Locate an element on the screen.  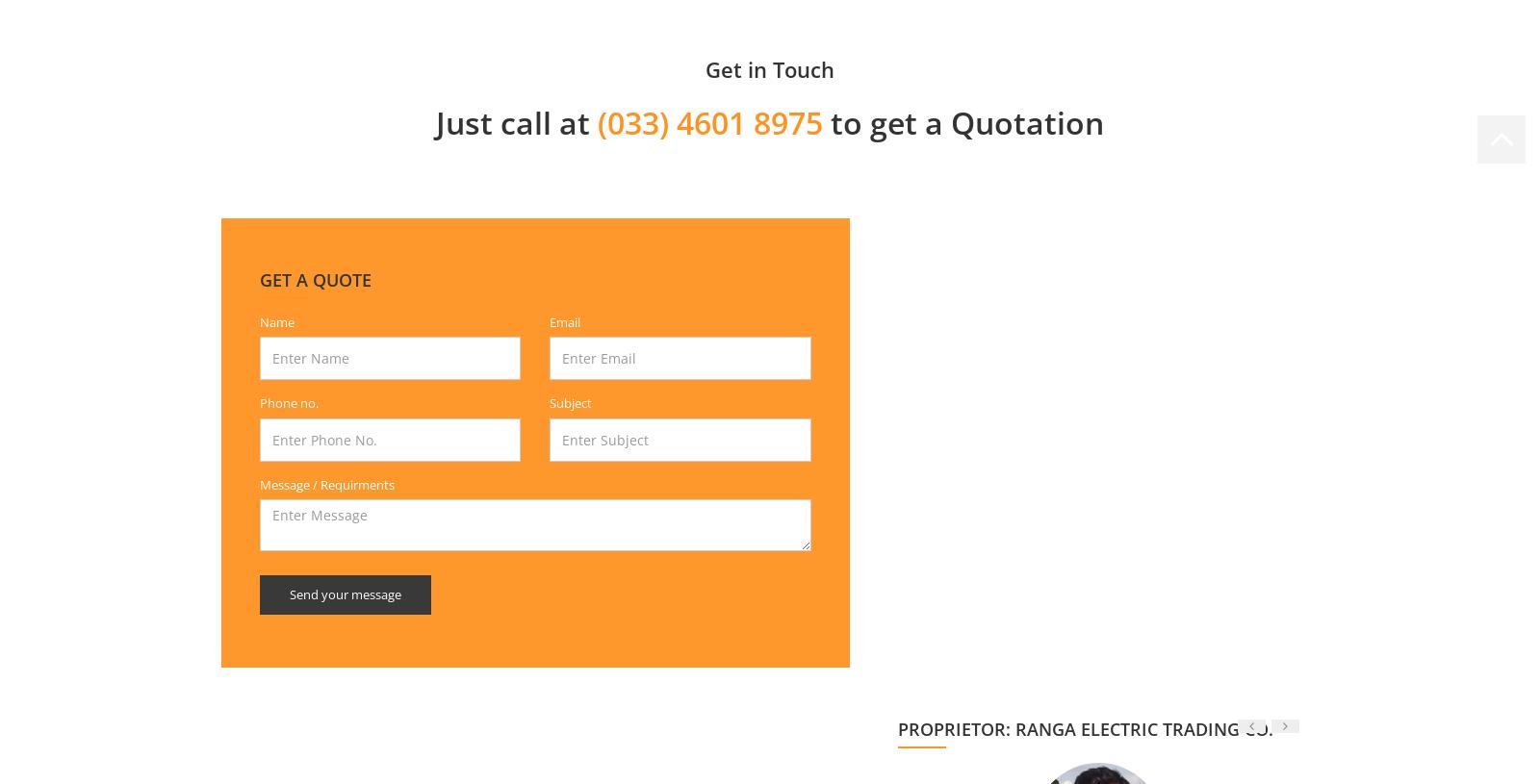
'to get a Quotation' is located at coordinates (962, 120).